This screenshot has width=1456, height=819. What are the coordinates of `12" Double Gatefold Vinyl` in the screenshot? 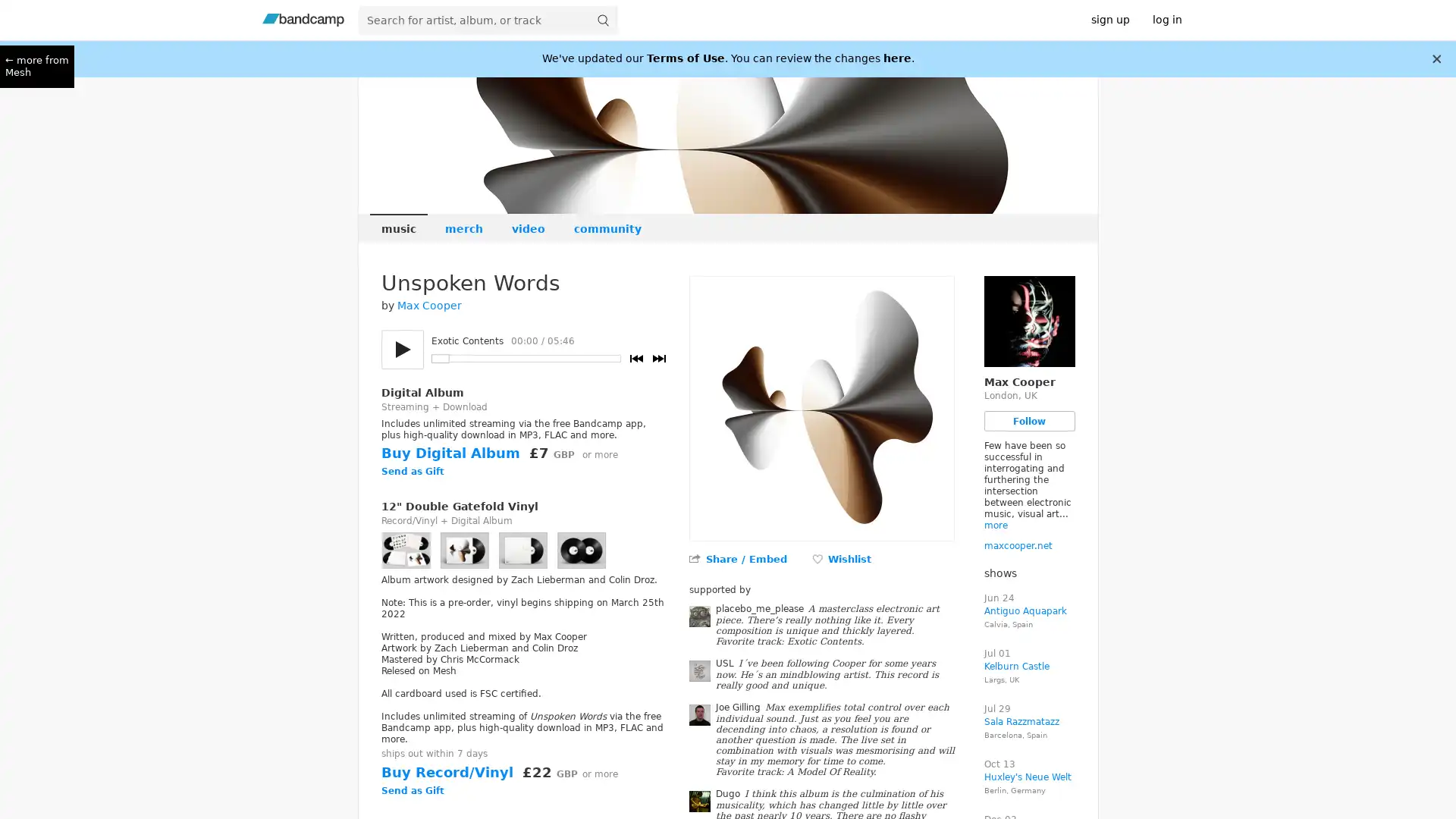 It's located at (458, 506).